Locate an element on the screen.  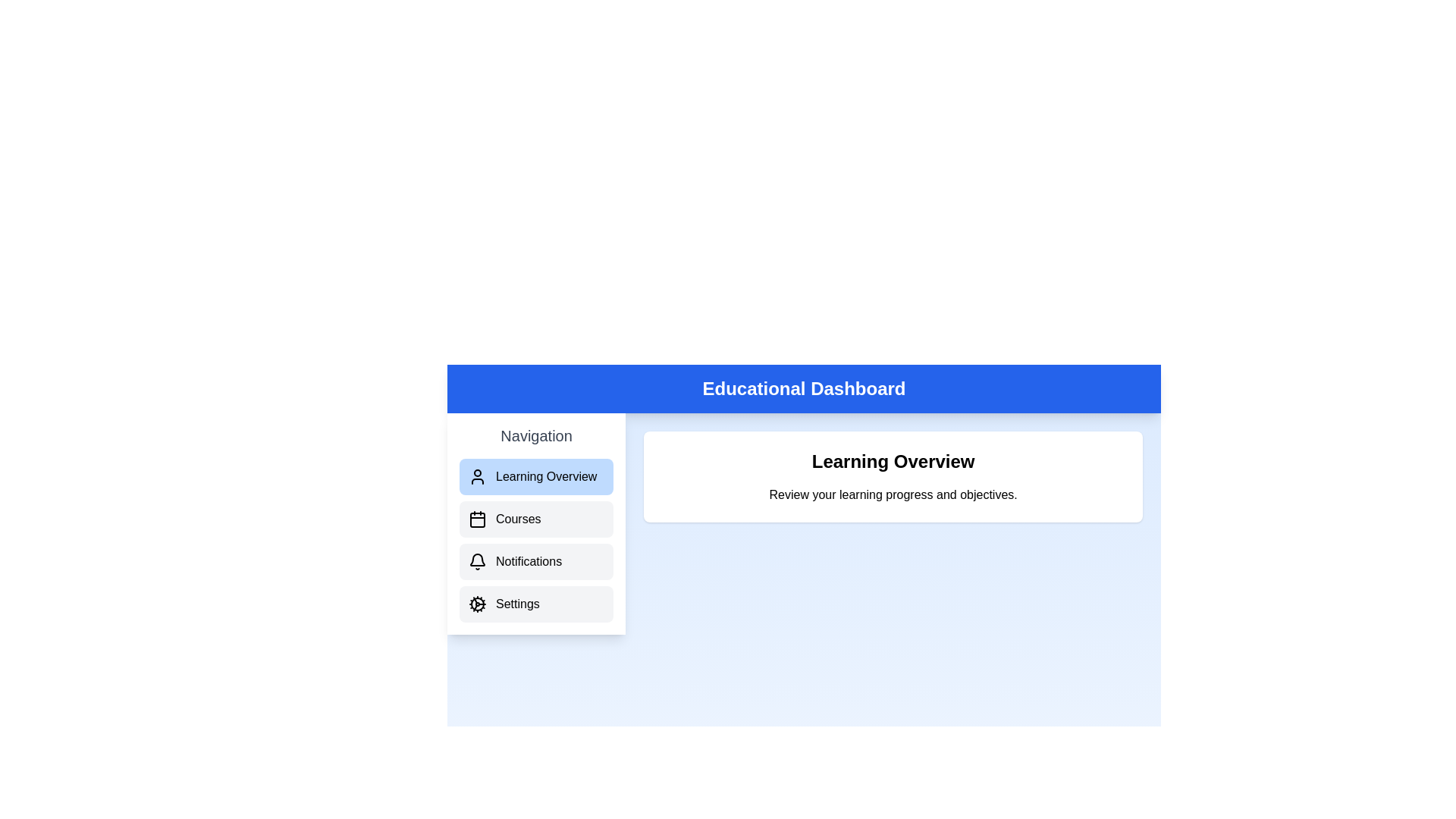
the sidebar option corresponding to Settings to navigate to that section is located at coordinates (536, 604).